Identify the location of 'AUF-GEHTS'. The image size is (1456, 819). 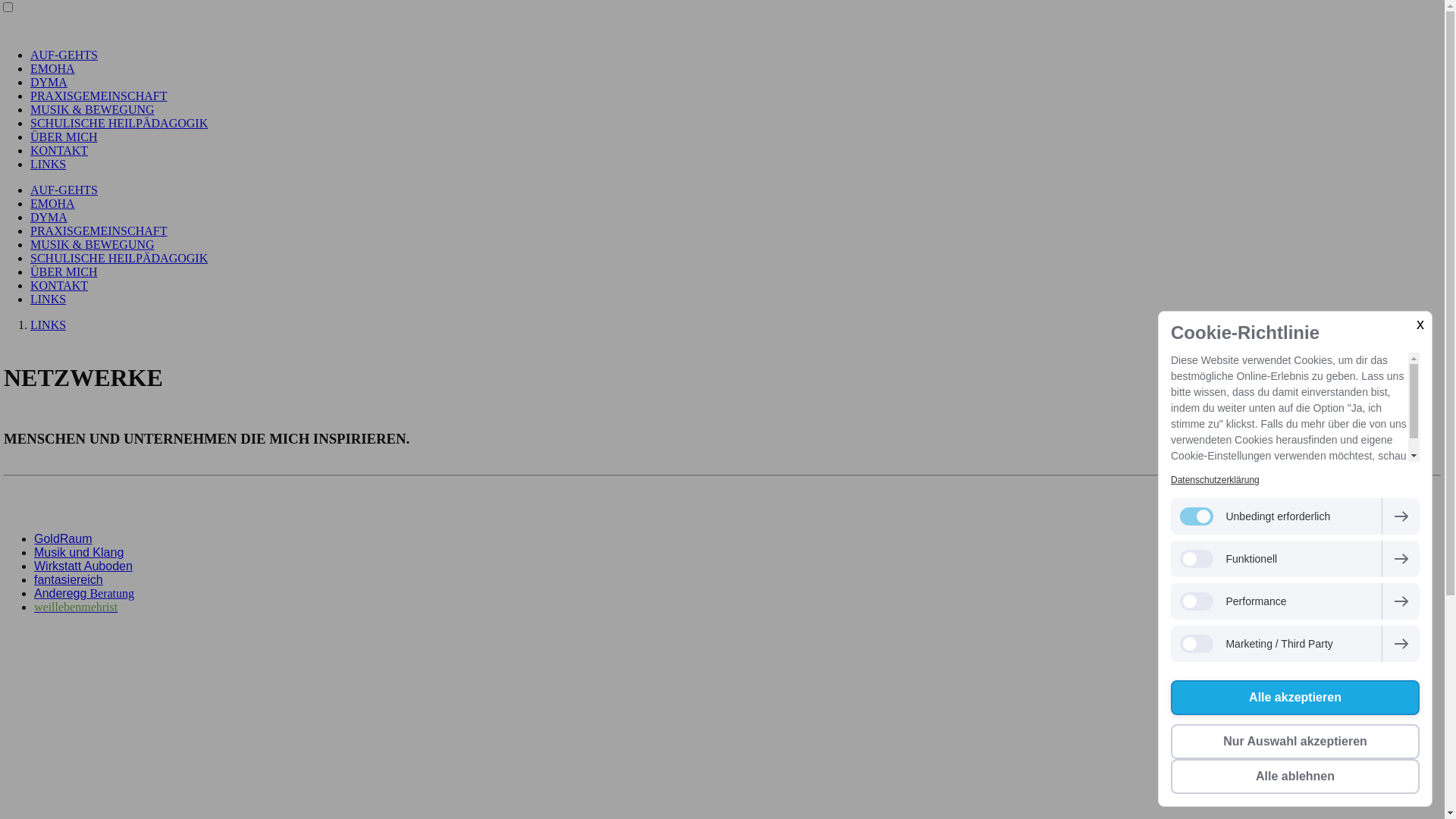
(30, 54).